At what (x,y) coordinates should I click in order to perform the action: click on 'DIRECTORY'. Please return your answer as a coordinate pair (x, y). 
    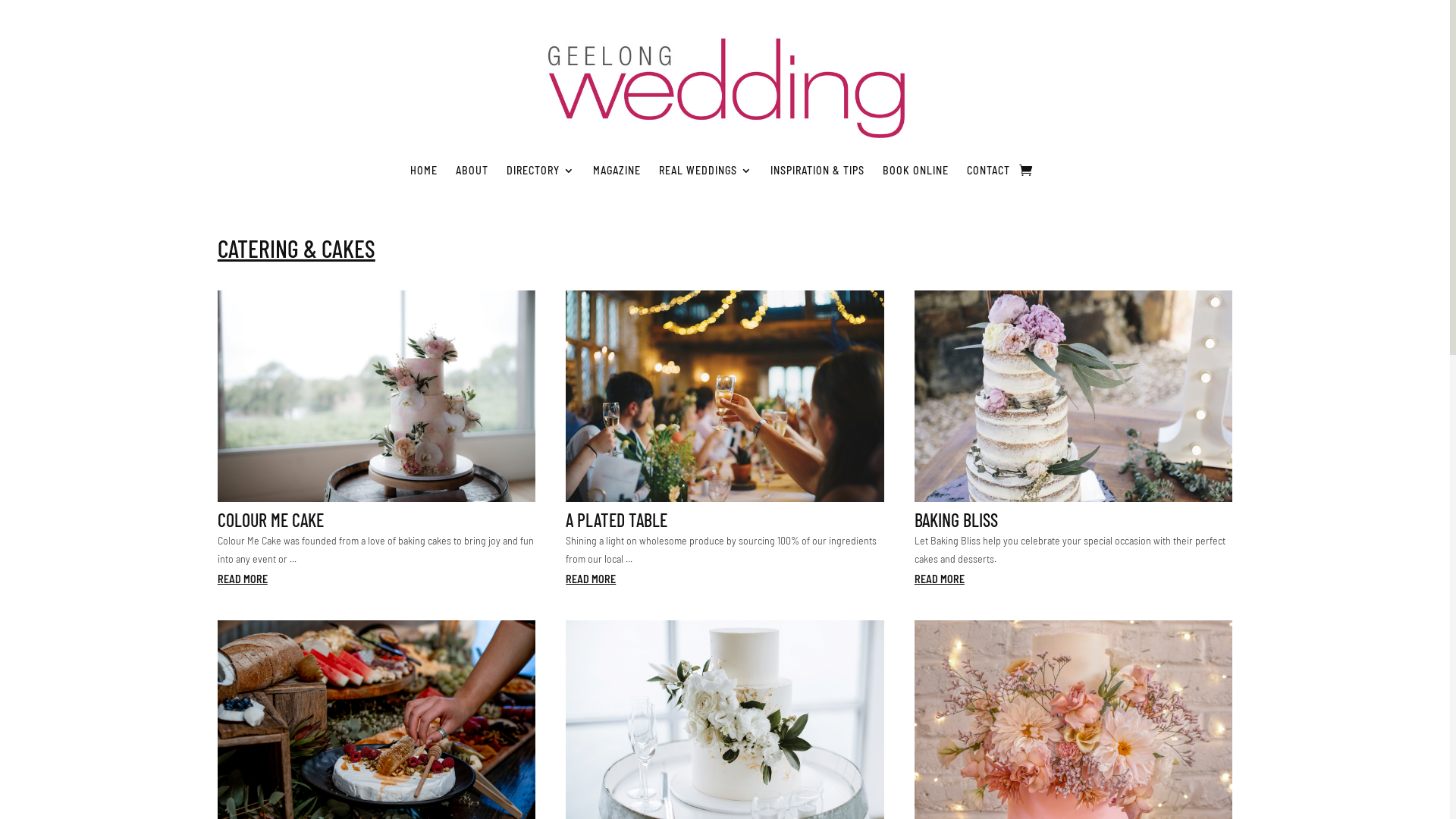
    Looking at the image, I should click on (541, 170).